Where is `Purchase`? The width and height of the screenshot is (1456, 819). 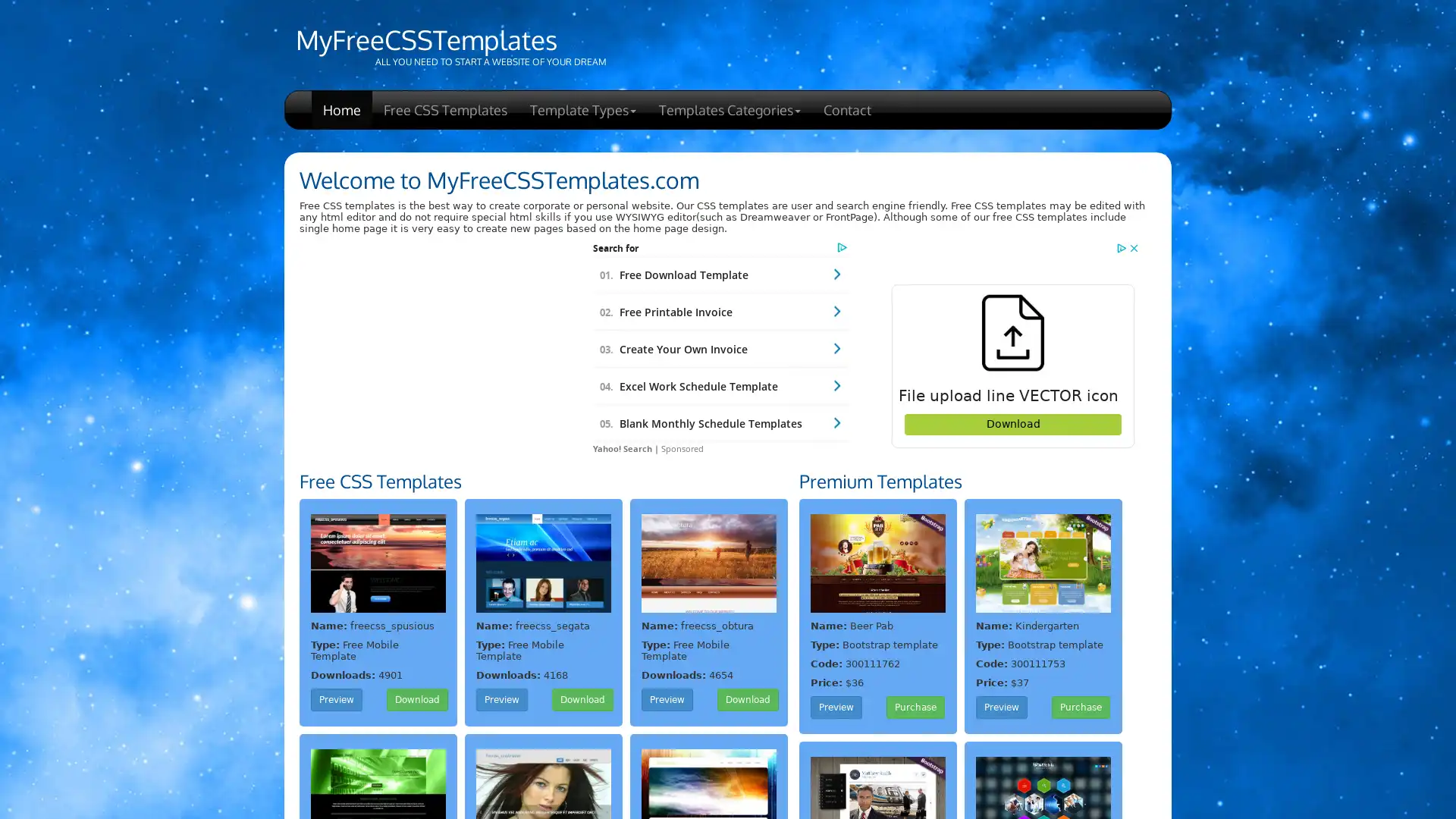 Purchase is located at coordinates (1080, 708).